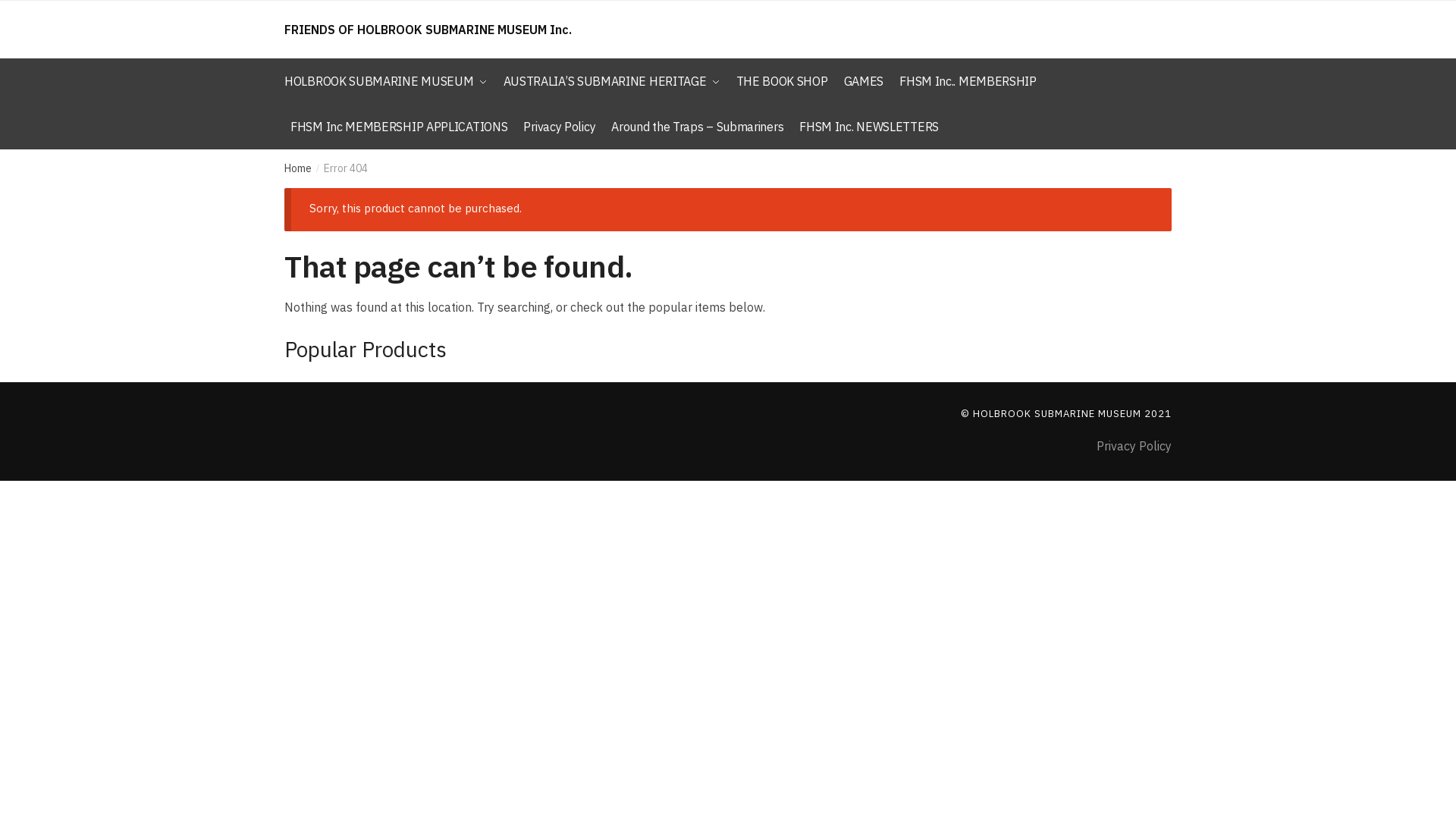 This screenshot has height=819, width=1456. I want to click on 'THE BOOK SHOP', so click(781, 81).